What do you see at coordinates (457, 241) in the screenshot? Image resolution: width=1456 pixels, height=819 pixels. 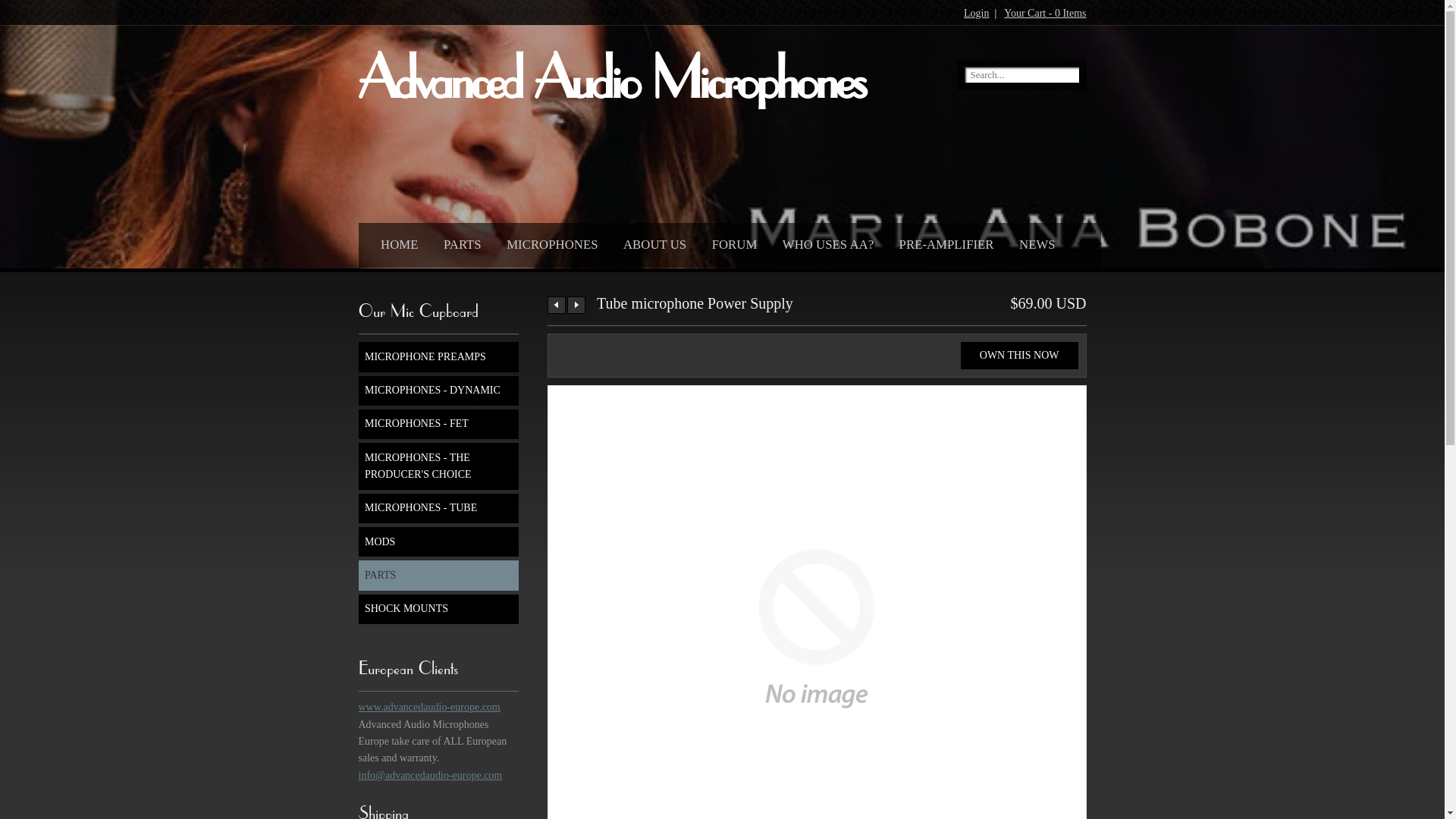 I see `'PARTS'` at bounding box center [457, 241].